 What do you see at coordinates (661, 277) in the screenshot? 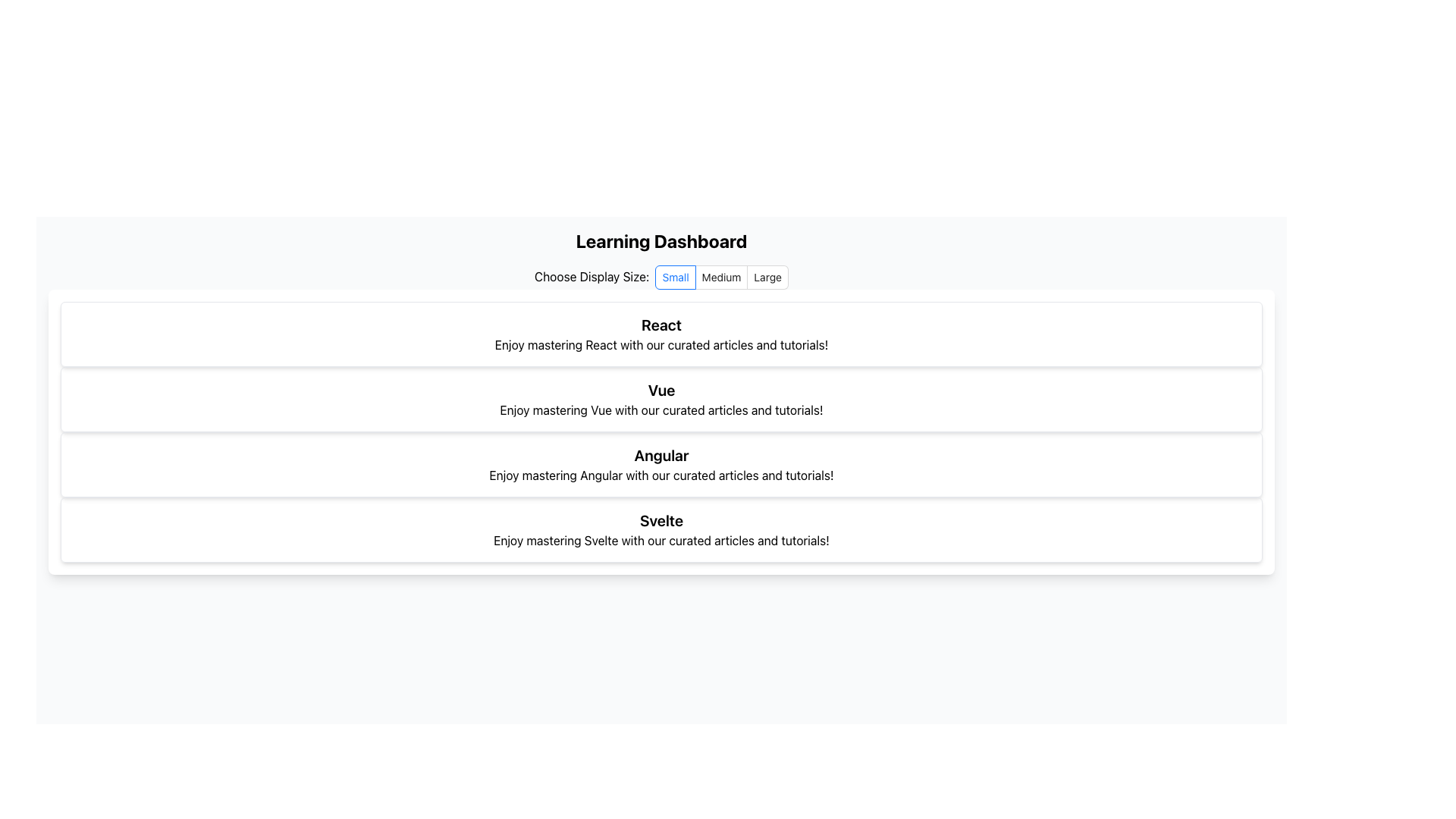
I see `the 'Small' radio button in the radio button group located below the 'Learning Dashboard' header` at bounding box center [661, 277].